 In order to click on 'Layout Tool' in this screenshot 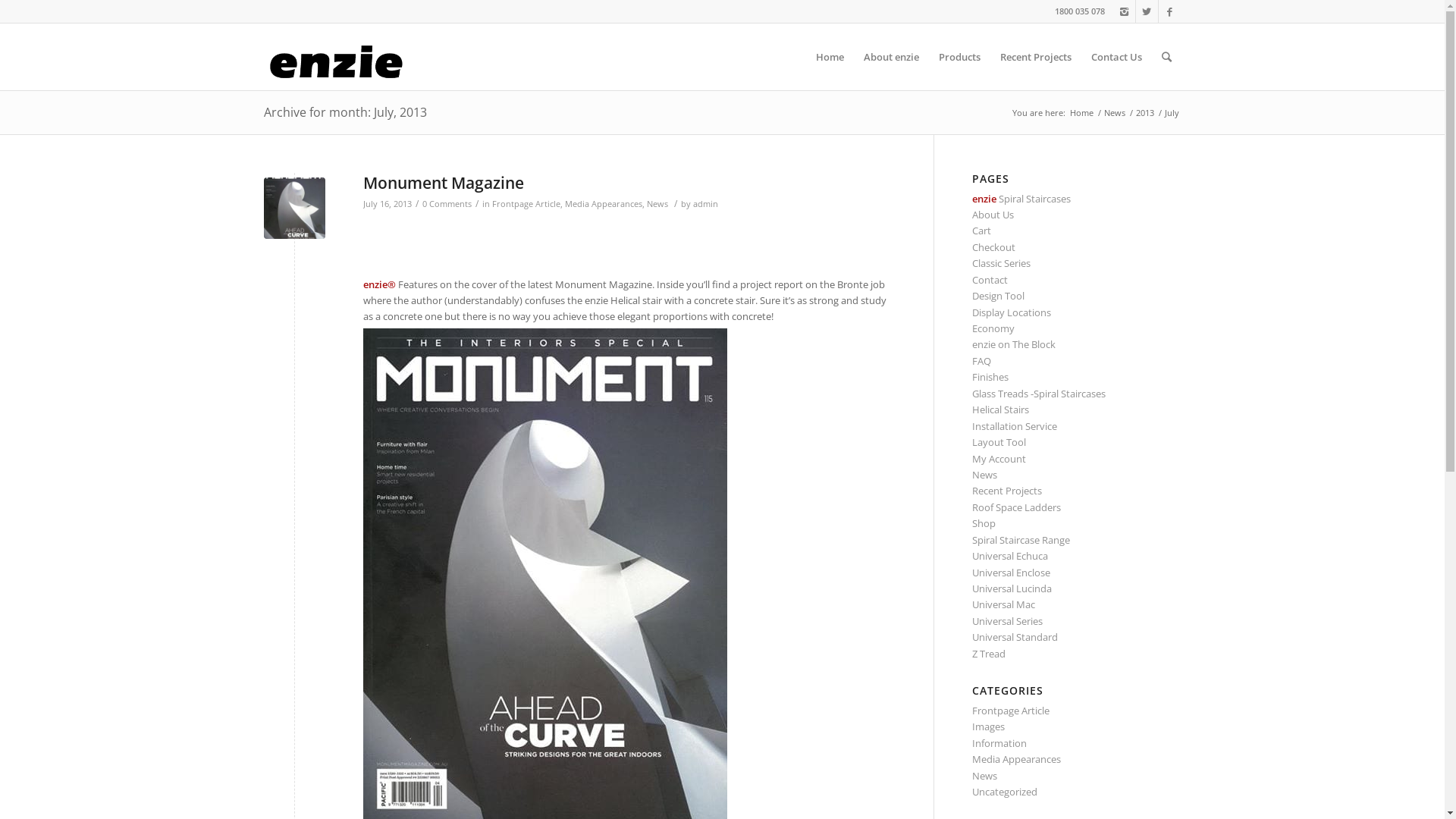, I will do `click(999, 441)`.